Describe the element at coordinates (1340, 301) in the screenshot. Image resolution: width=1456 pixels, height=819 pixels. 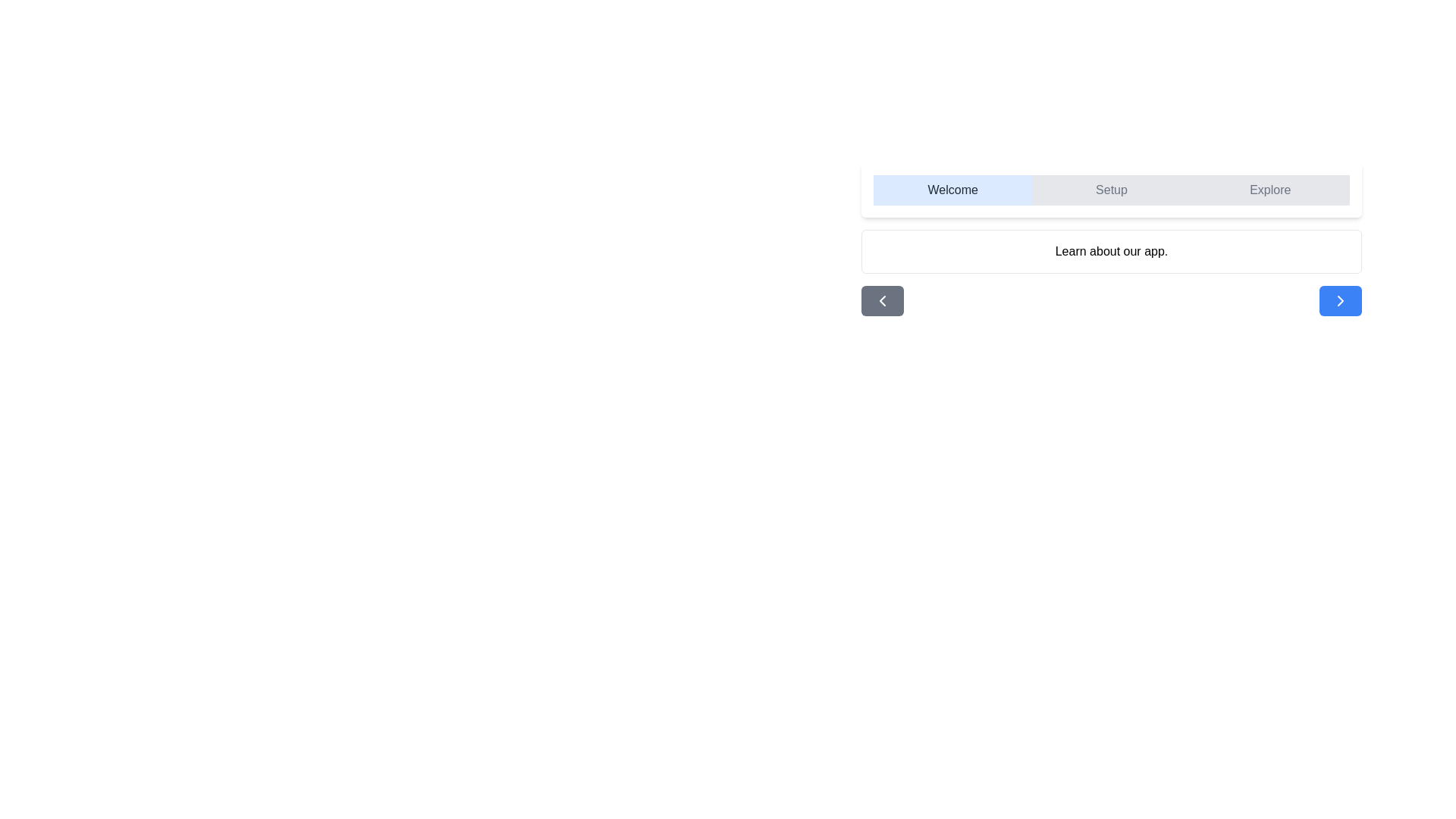
I see `'Next' button to navigate to the next step` at that location.